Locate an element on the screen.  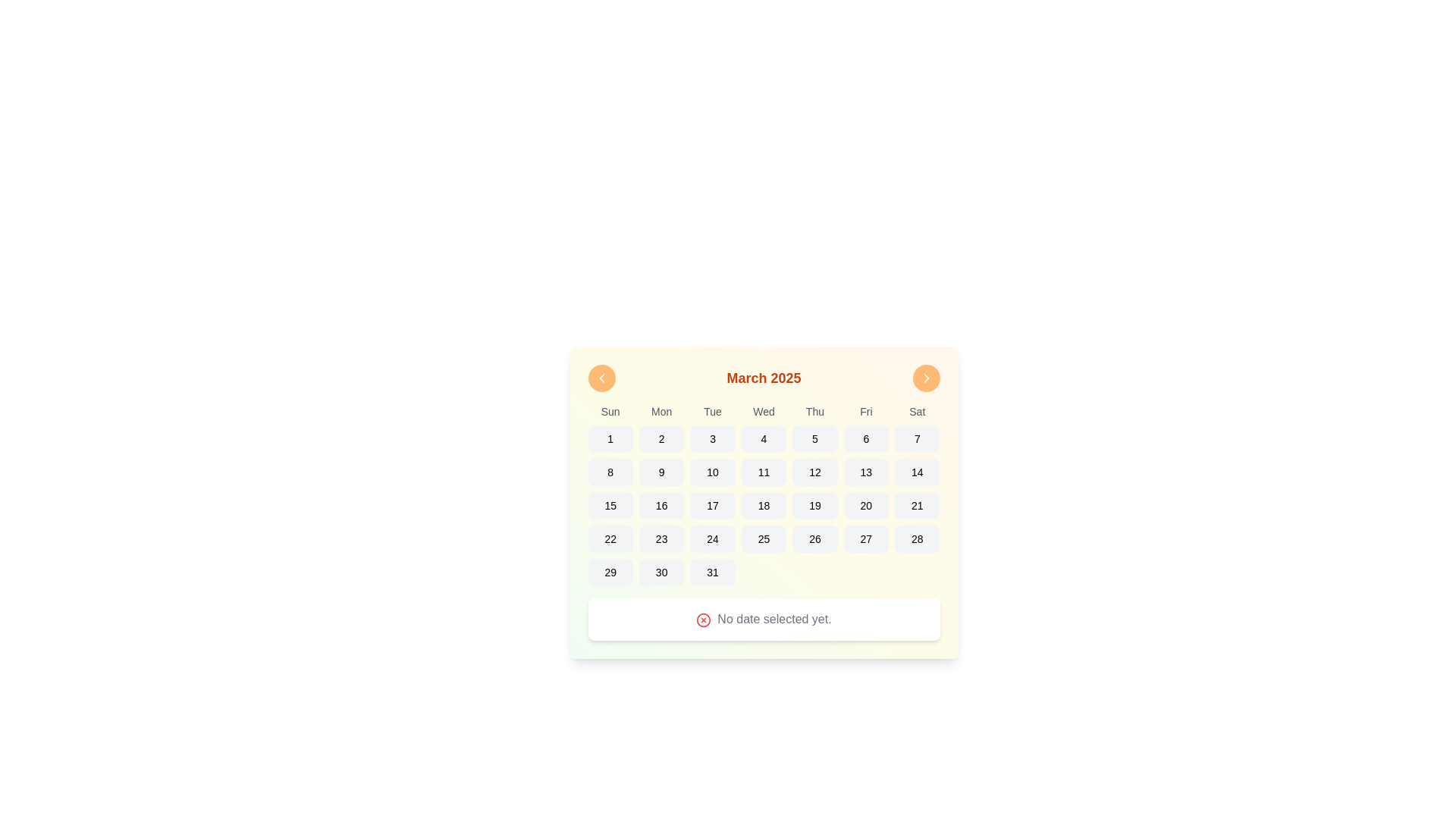
the Static Text Label that indicates the currently displayed month and year in the calendar interface is located at coordinates (764, 383).